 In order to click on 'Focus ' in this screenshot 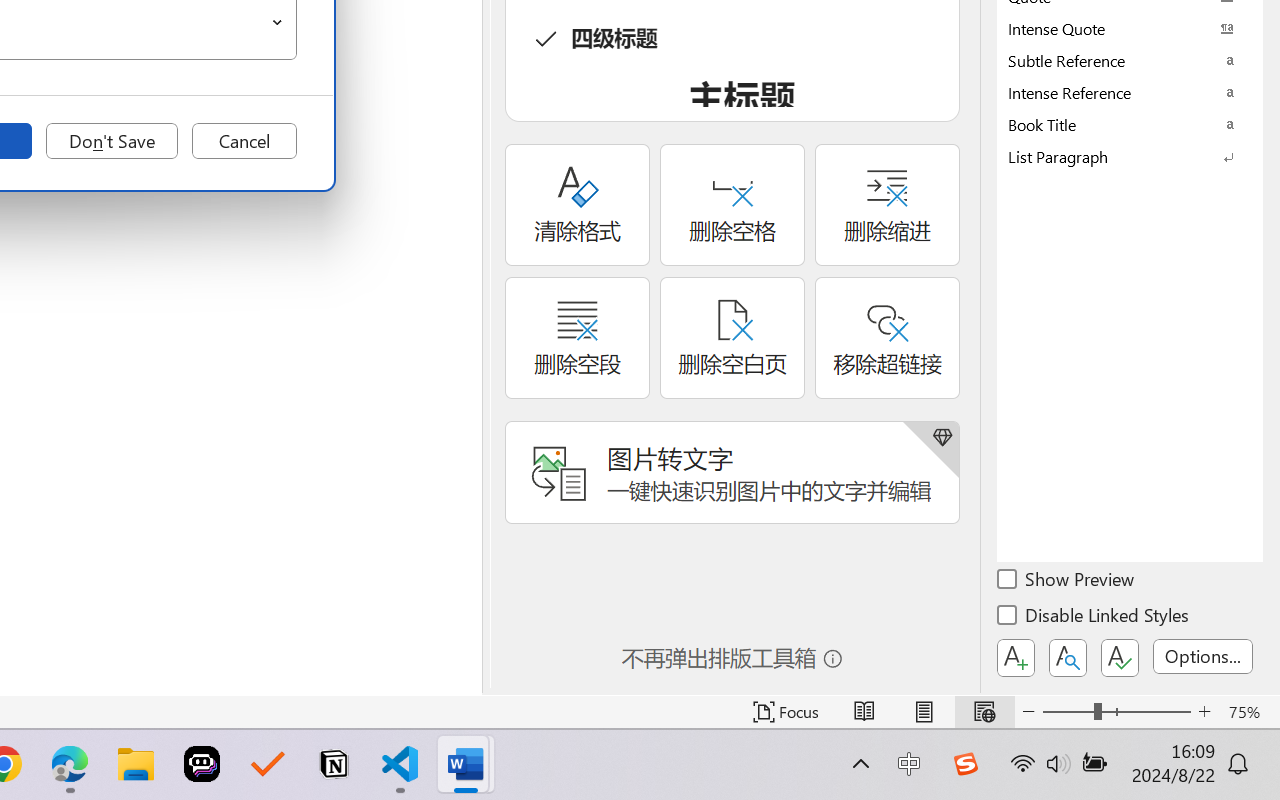, I will do `click(785, 711)`.